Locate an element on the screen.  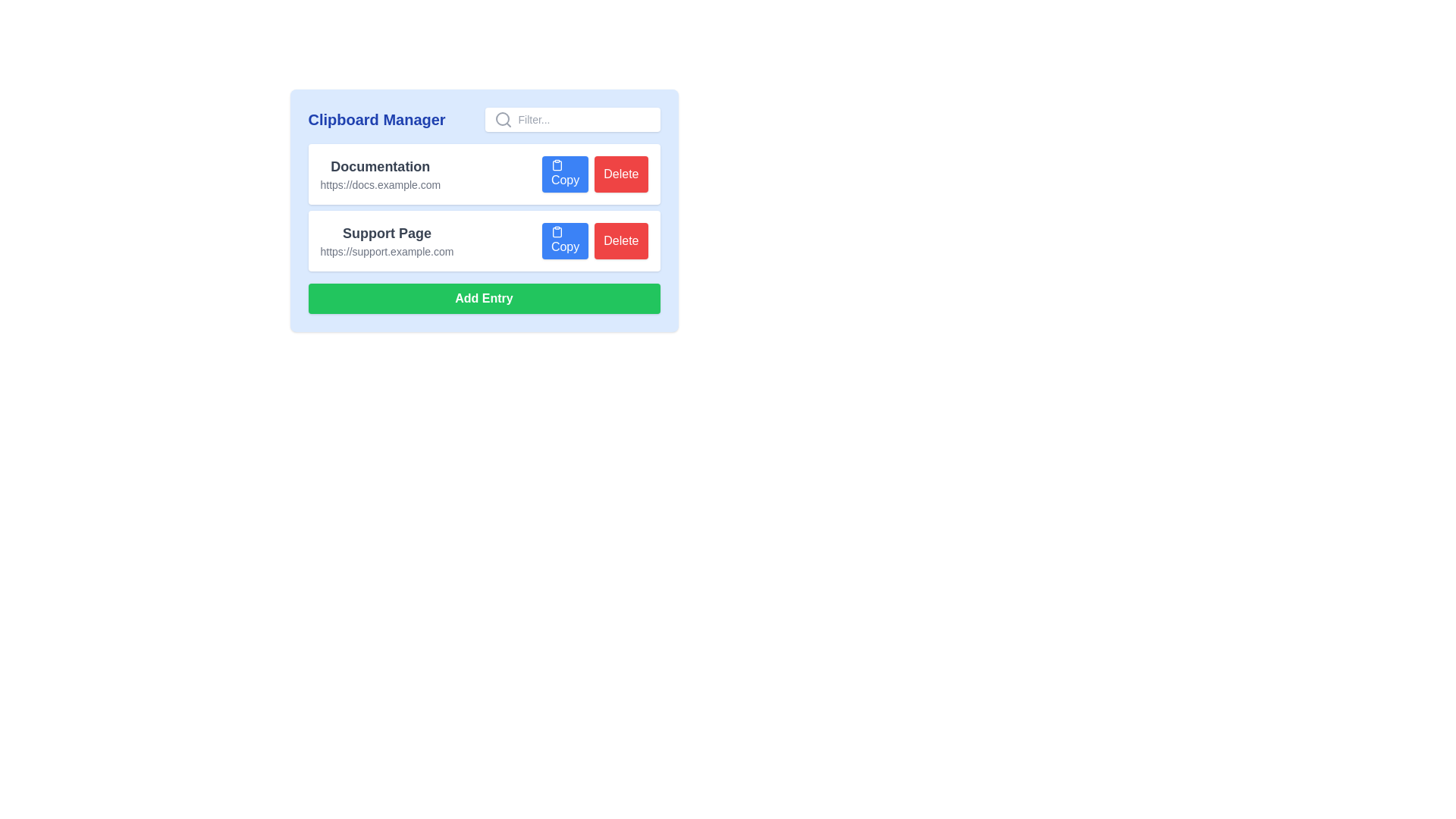
the static text displaying the URL 'https://support.example.com' located beneath the heading 'Support Page' is located at coordinates (387, 250).